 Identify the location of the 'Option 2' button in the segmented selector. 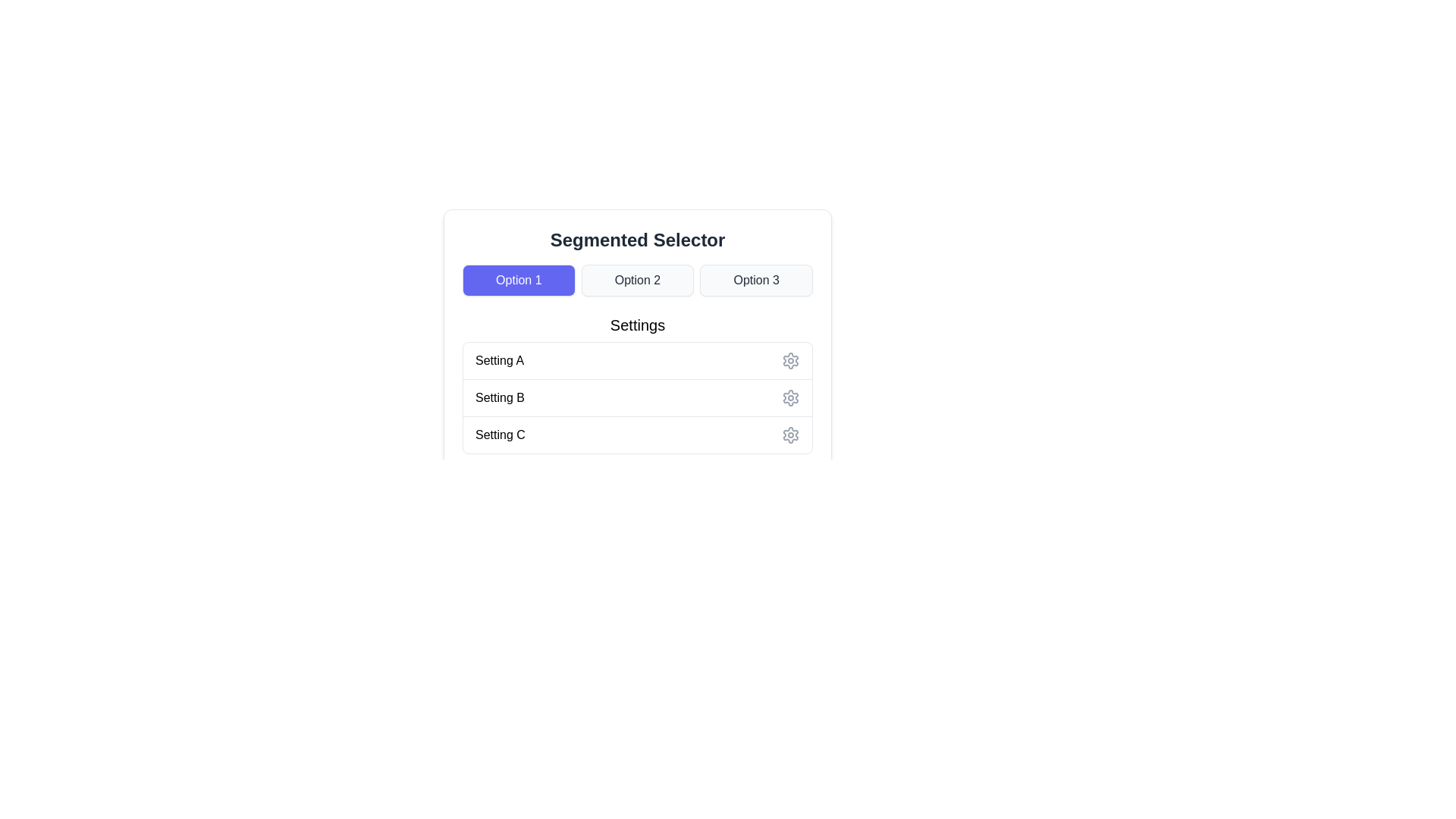
(637, 281).